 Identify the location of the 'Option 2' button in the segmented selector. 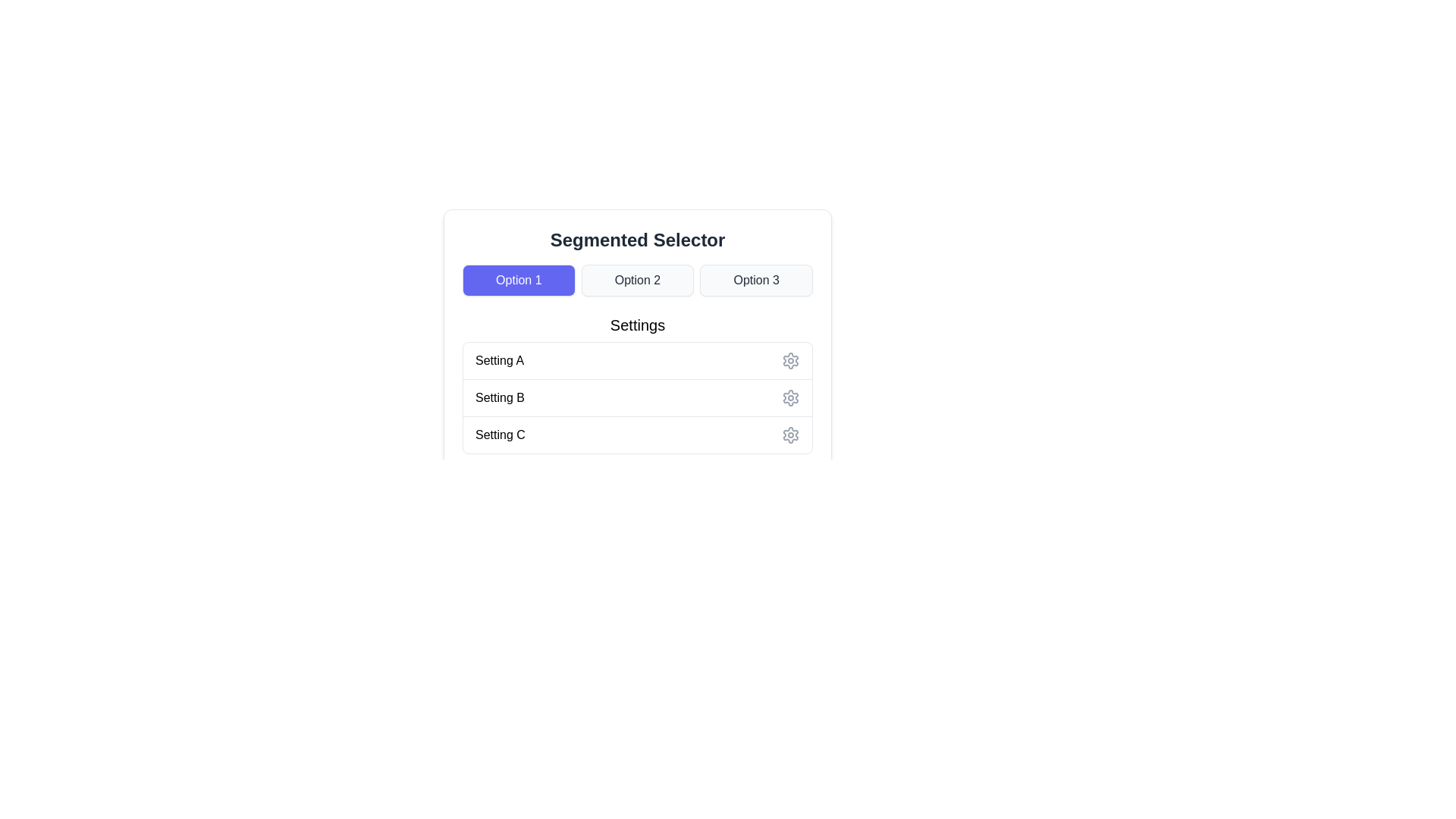
(637, 281).